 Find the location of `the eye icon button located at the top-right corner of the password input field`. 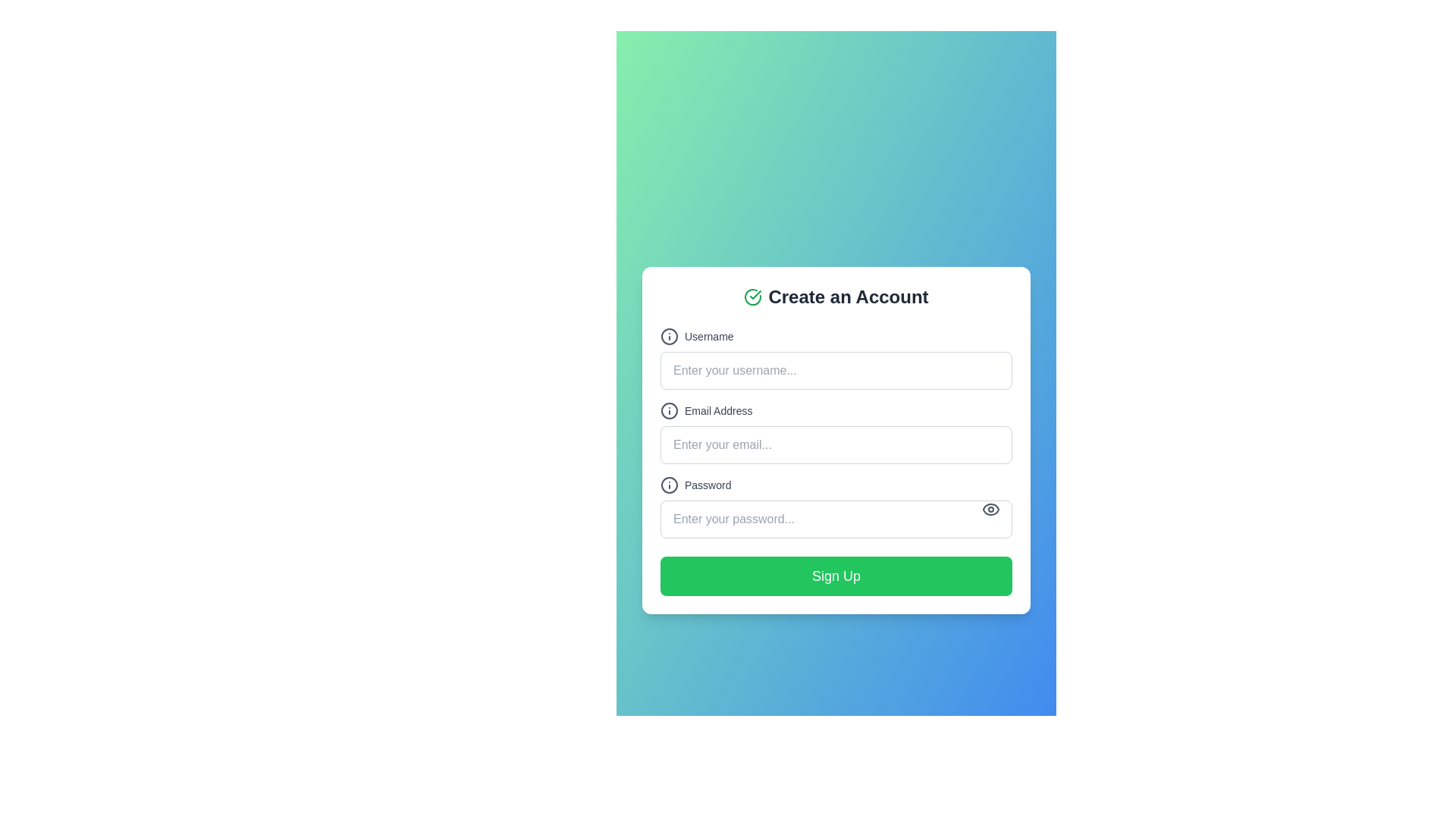

the eye icon button located at the top-right corner of the password input field is located at coordinates (990, 509).